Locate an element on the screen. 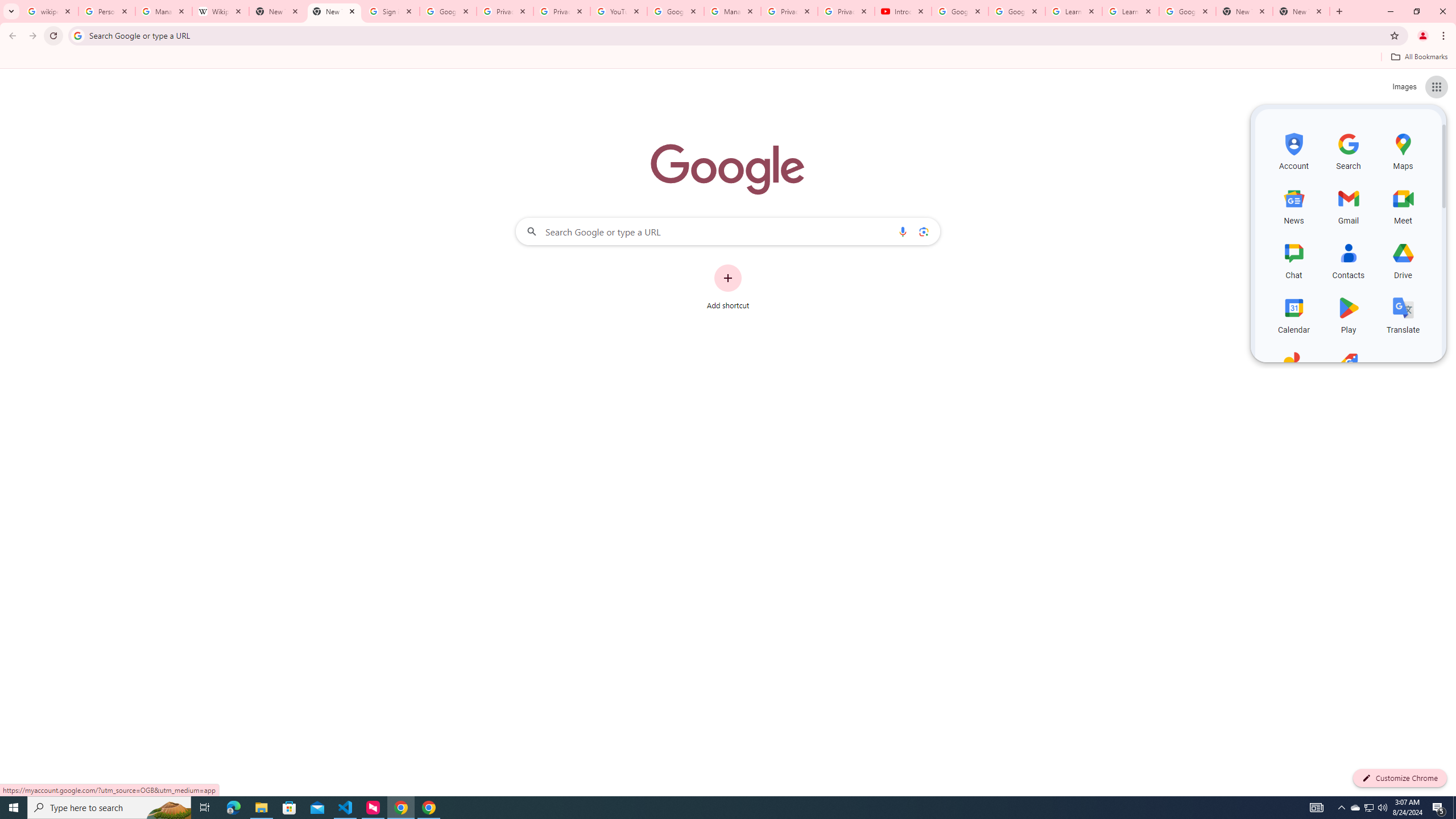 The height and width of the screenshot is (819, 1456). 'Wikipedia:Edit requests - Wikipedia' is located at coordinates (221, 11).